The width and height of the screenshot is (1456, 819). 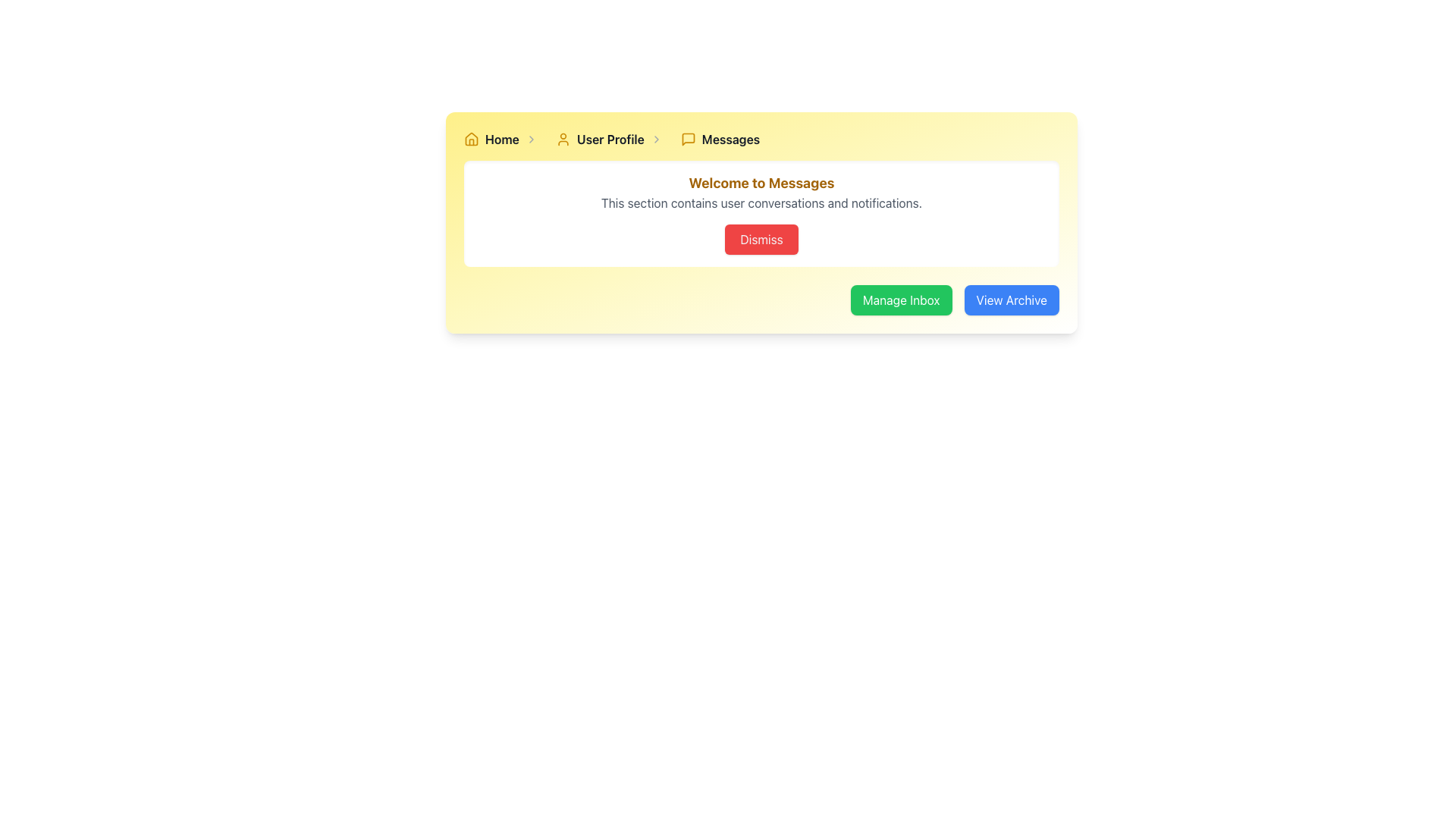 I want to click on the text element displaying 'Welcome to Messages', which is styled in bold, large yellow font on a white background, located at the top of a card, so click(x=761, y=183).